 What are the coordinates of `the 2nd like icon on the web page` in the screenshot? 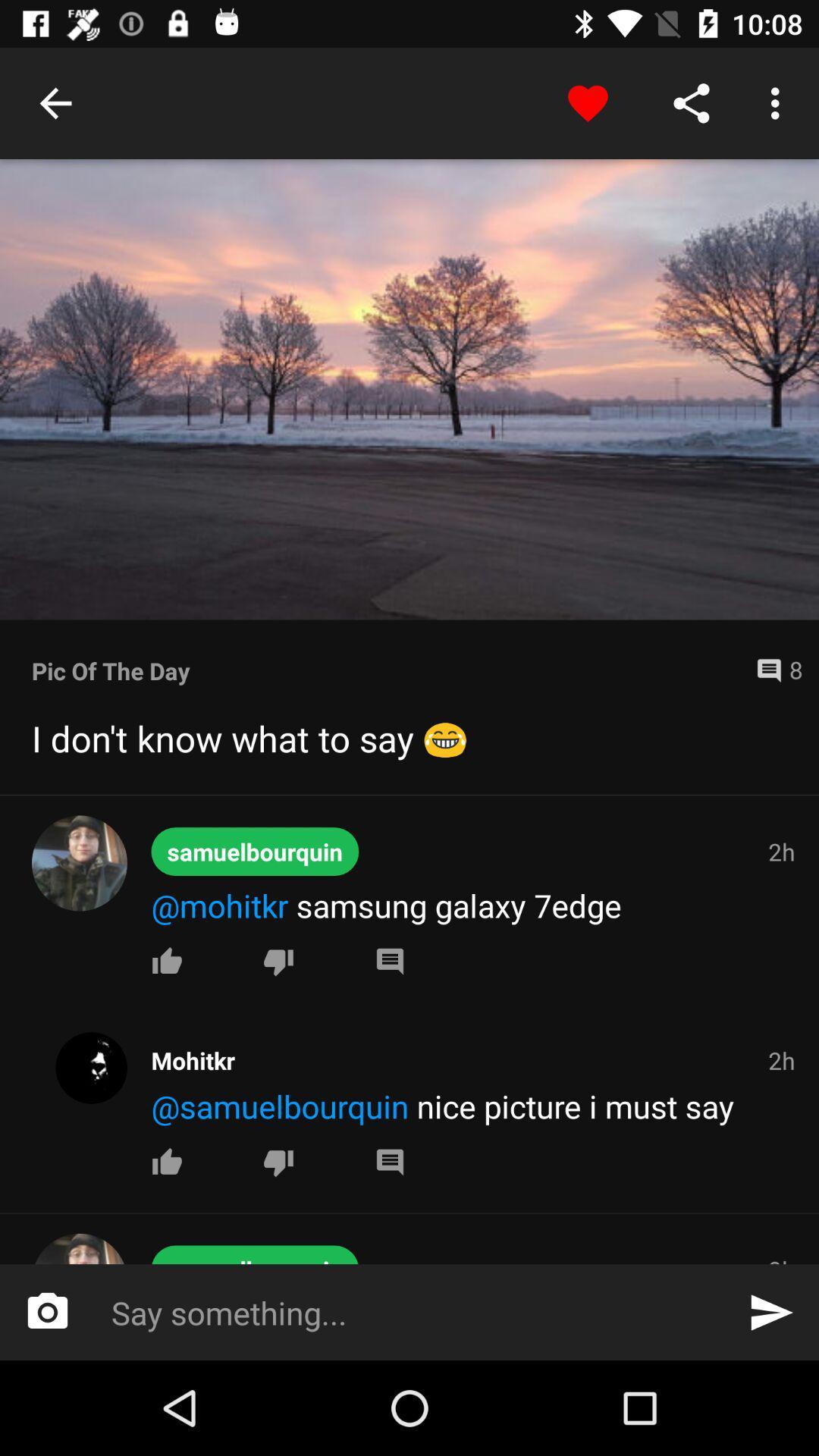 It's located at (167, 1161).